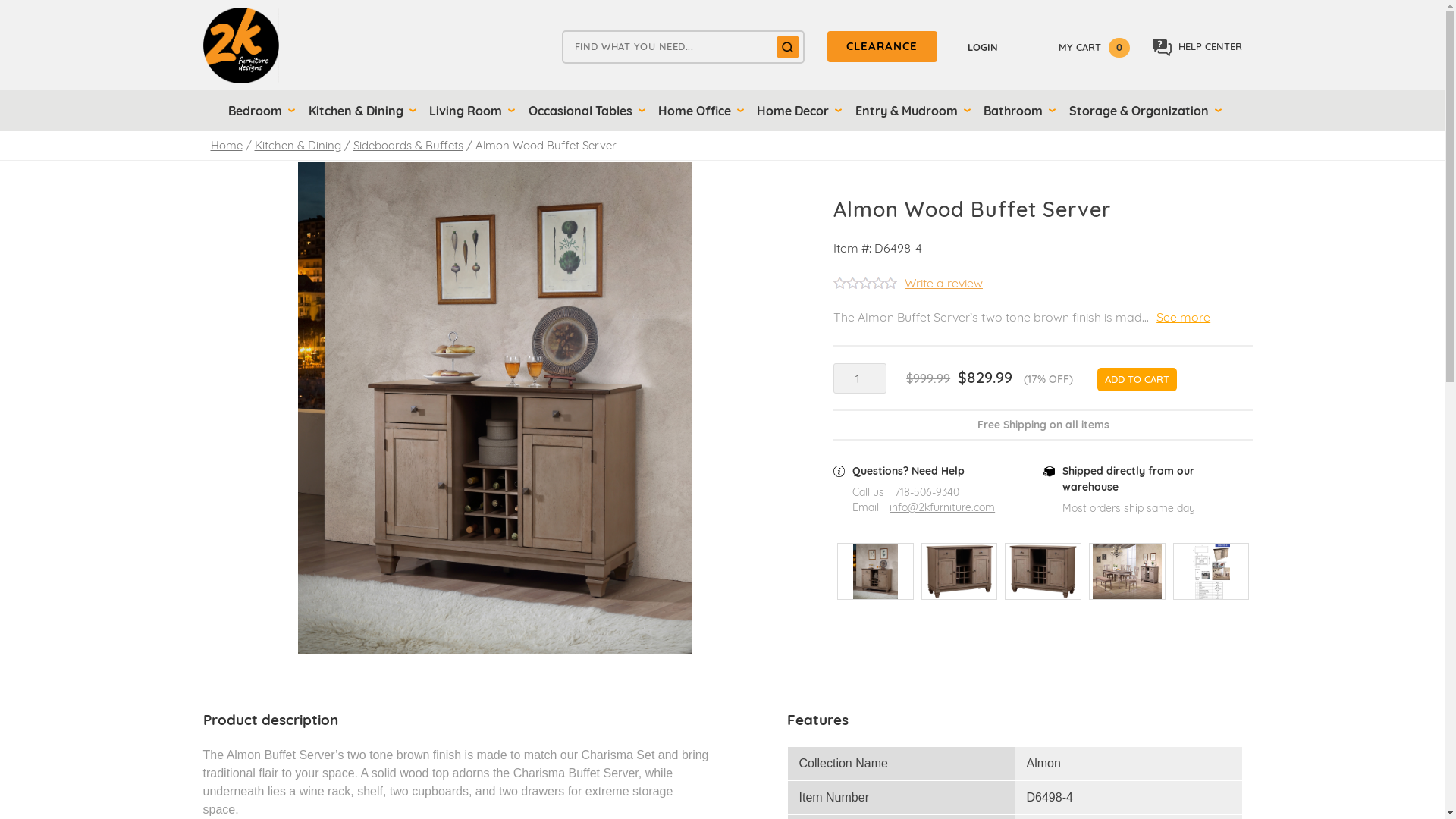 This screenshot has height=819, width=1456. What do you see at coordinates (469, 110) in the screenshot?
I see `'Living Room'` at bounding box center [469, 110].